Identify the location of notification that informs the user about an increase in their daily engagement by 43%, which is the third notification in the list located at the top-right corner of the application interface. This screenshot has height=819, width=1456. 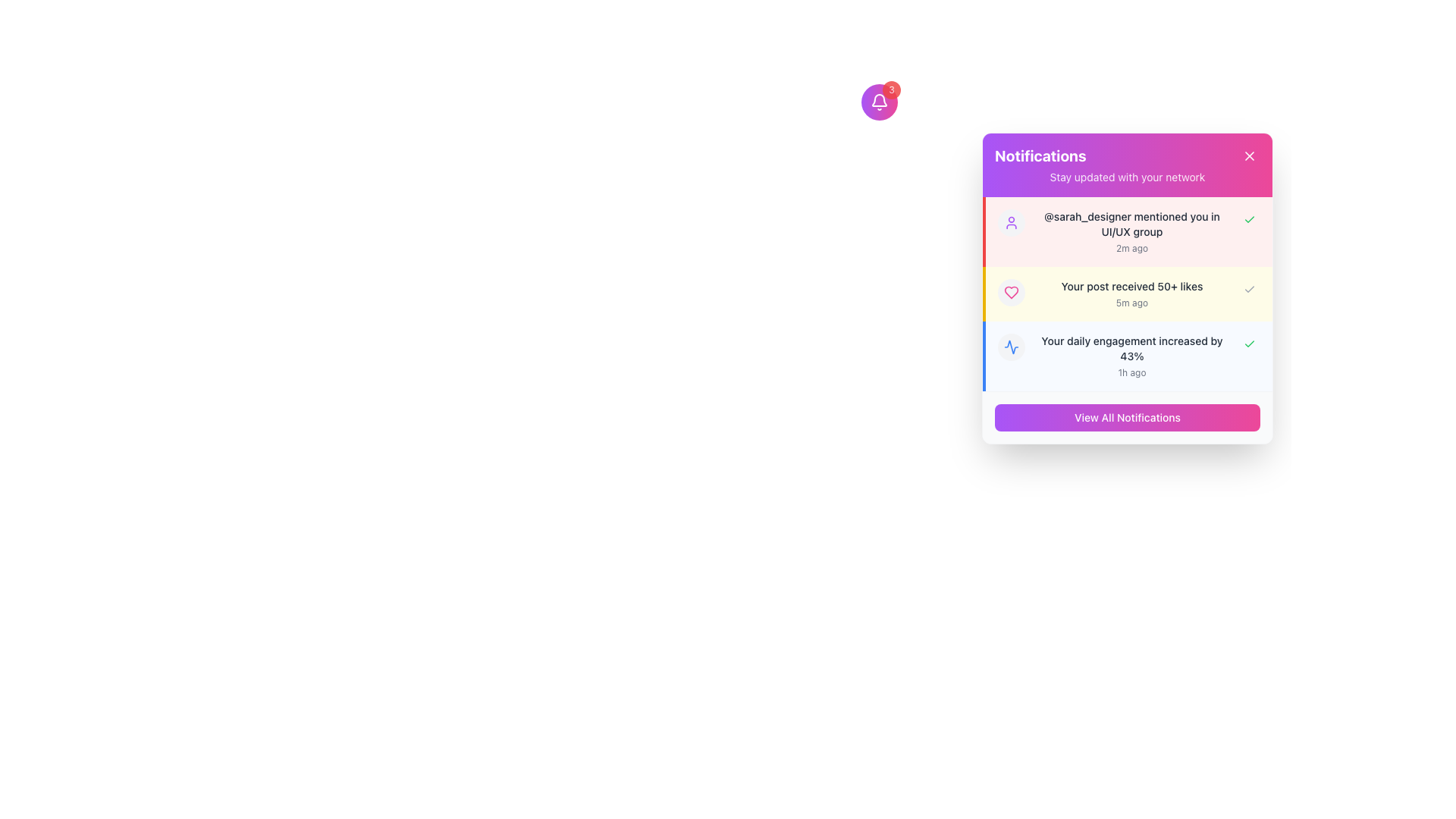
(1128, 356).